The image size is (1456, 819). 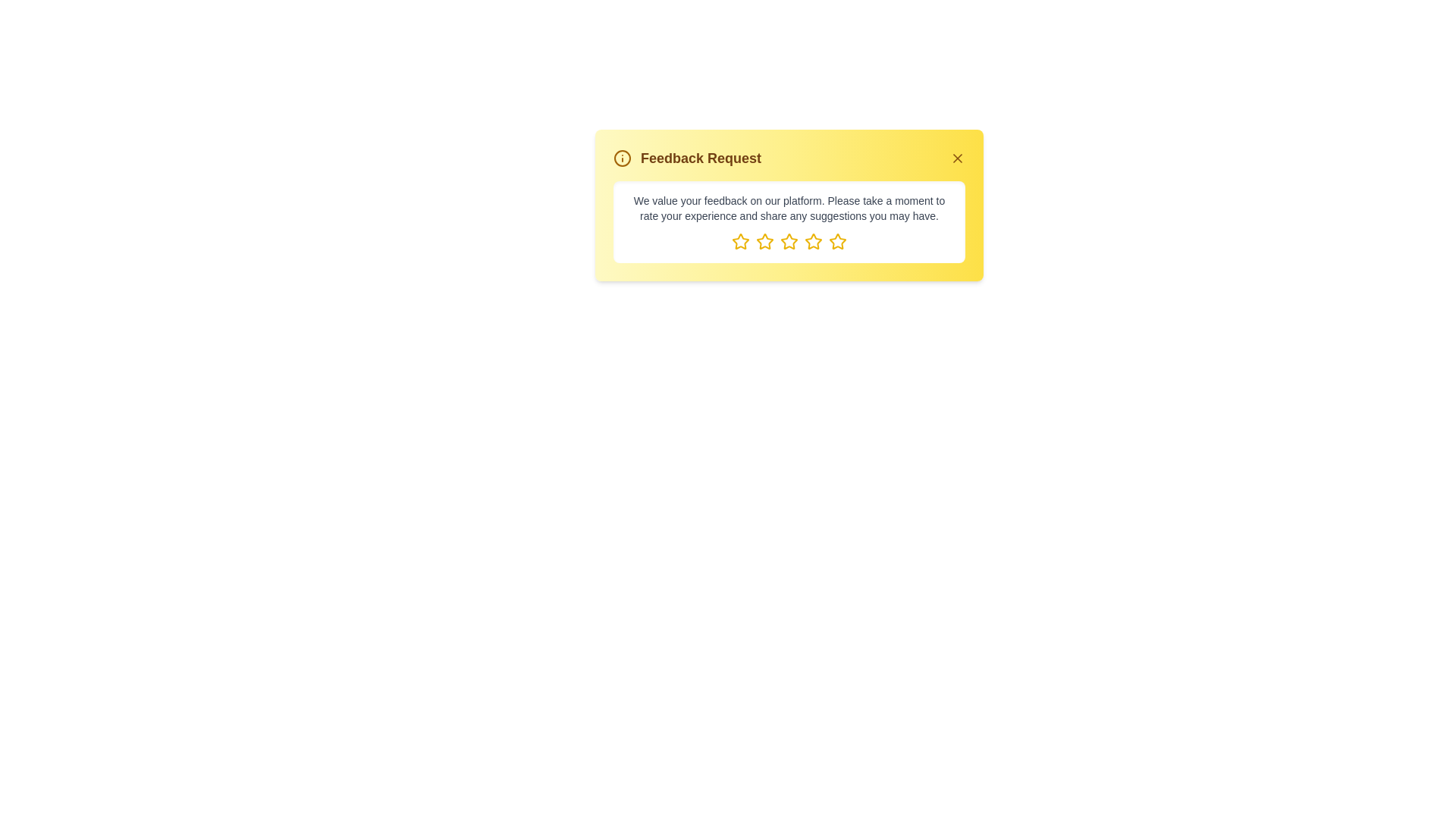 I want to click on the element star_4 to observe its hover effect, so click(x=813, y=241).